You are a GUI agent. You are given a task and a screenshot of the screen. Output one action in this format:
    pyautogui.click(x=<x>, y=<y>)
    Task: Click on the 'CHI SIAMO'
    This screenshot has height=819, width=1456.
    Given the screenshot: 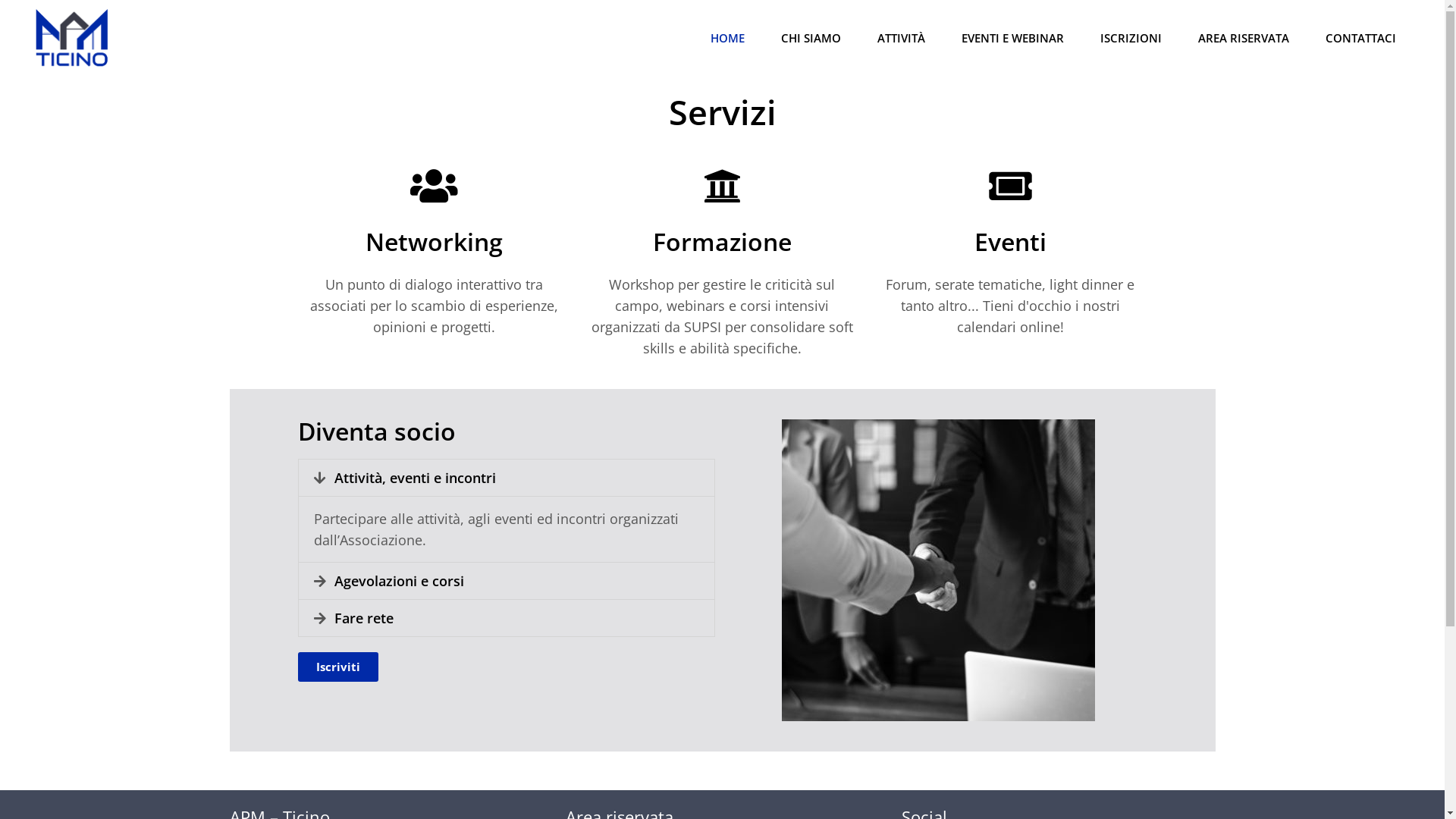 What is the action you would take?
    pyautogui.click(x=763, y=37)
    